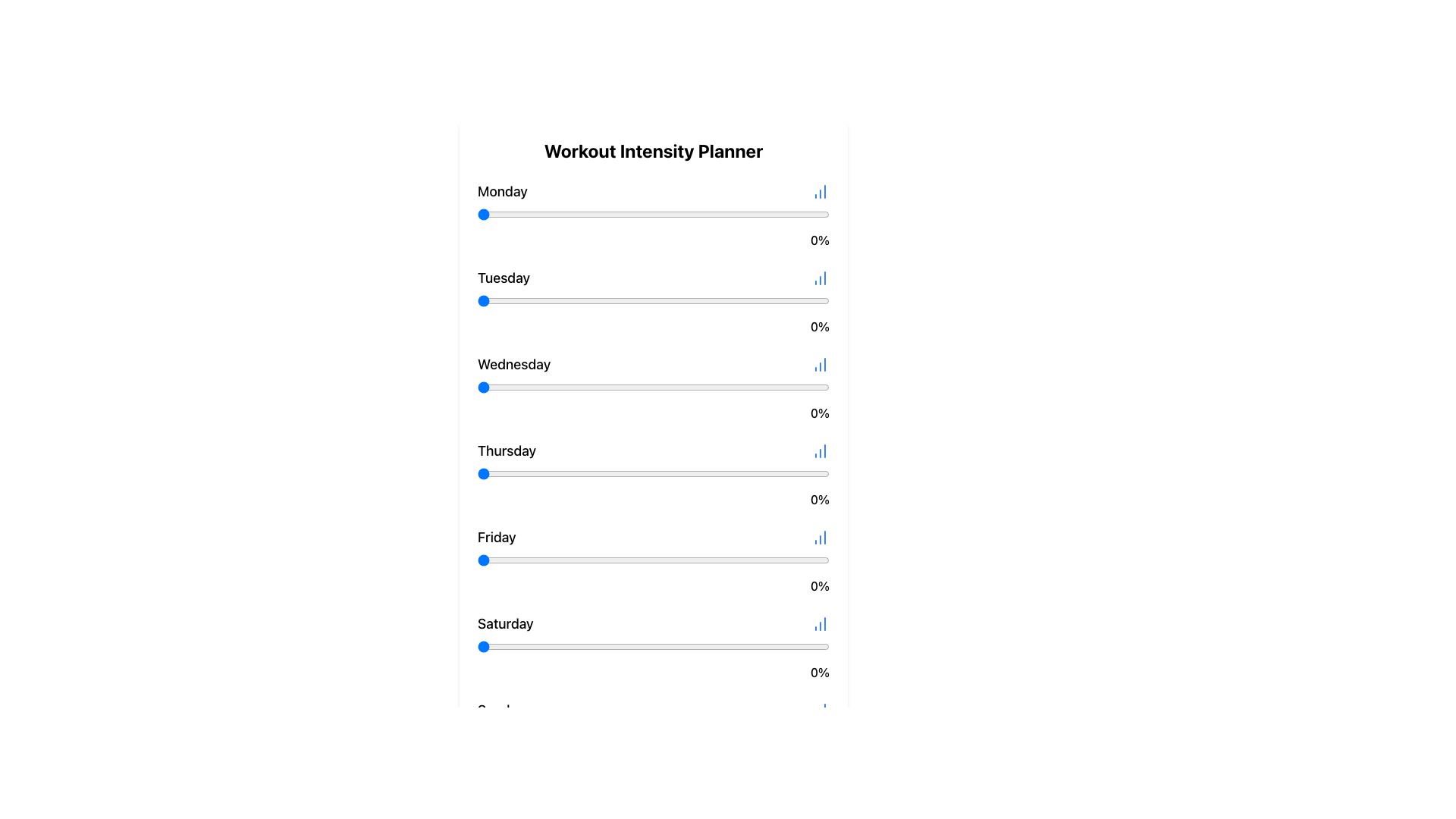  What do you see at coordinates (661, 214) in the screenshot?
I see `the workout intensity for Monday` at bounding box center [661, 214].